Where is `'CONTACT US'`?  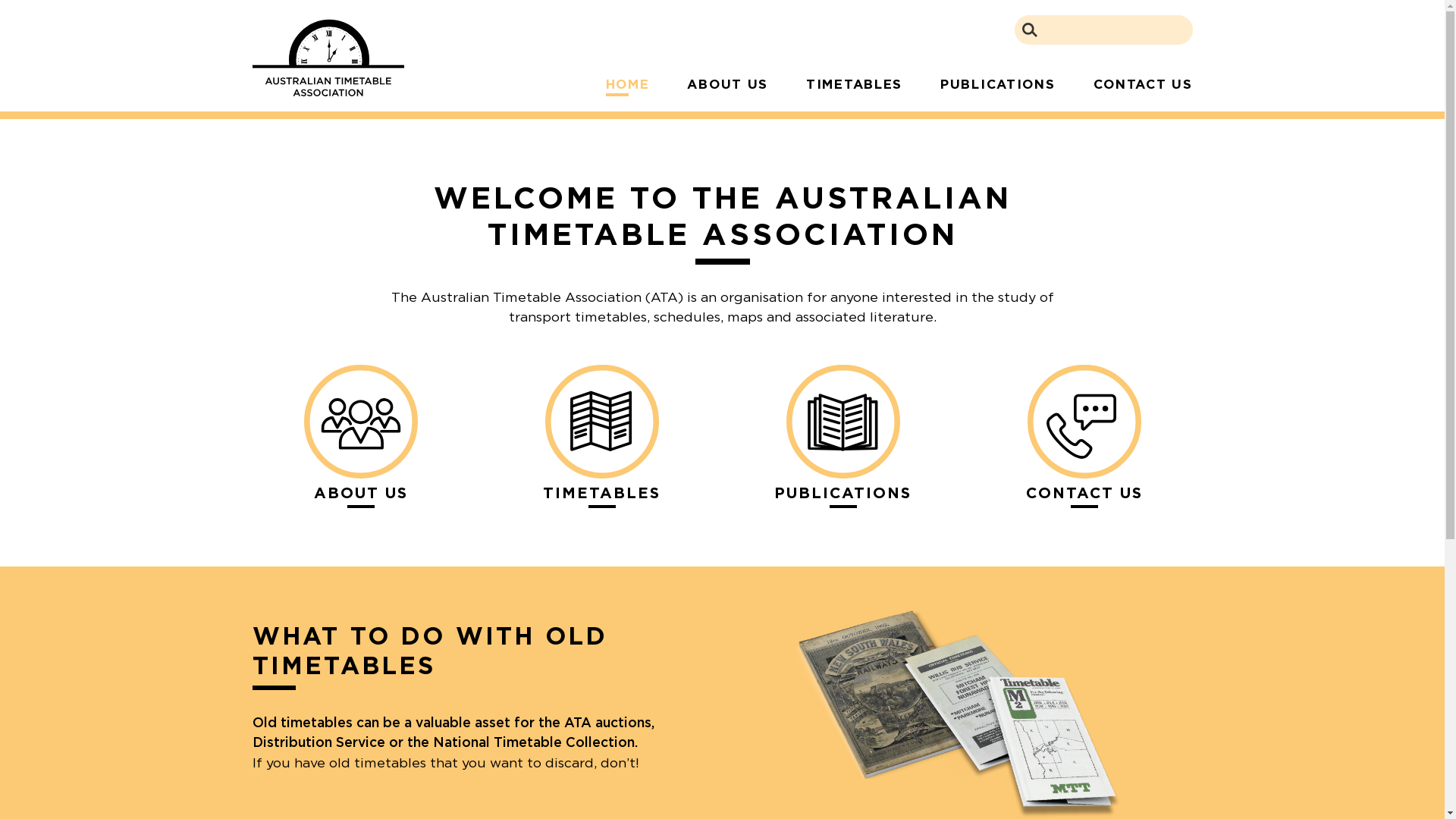 'CONTACT US' is located at coordinates (1083, 496).